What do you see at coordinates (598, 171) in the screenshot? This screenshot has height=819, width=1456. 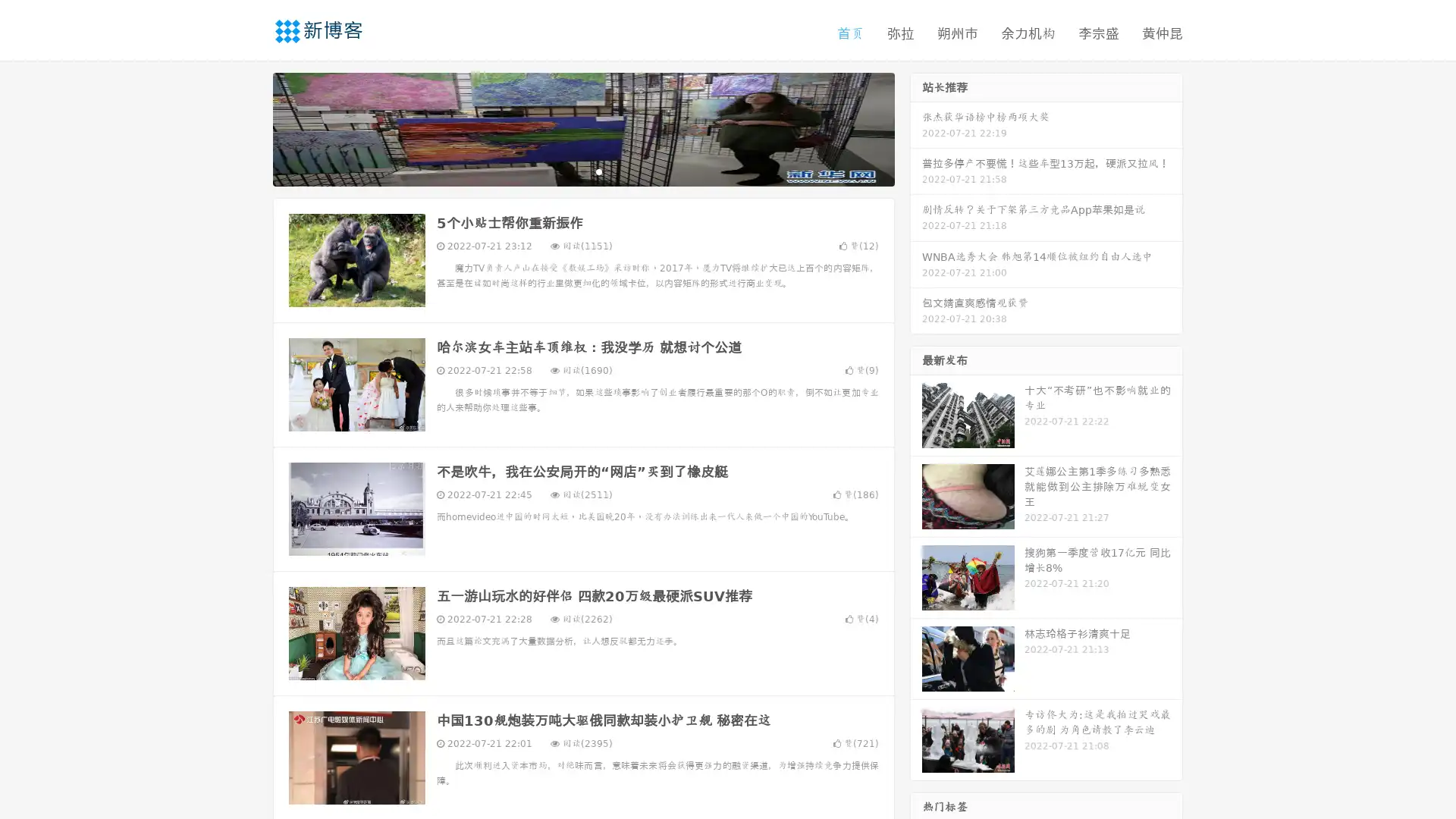 I see `Go to slide 3` at bounding box center [598, 171].